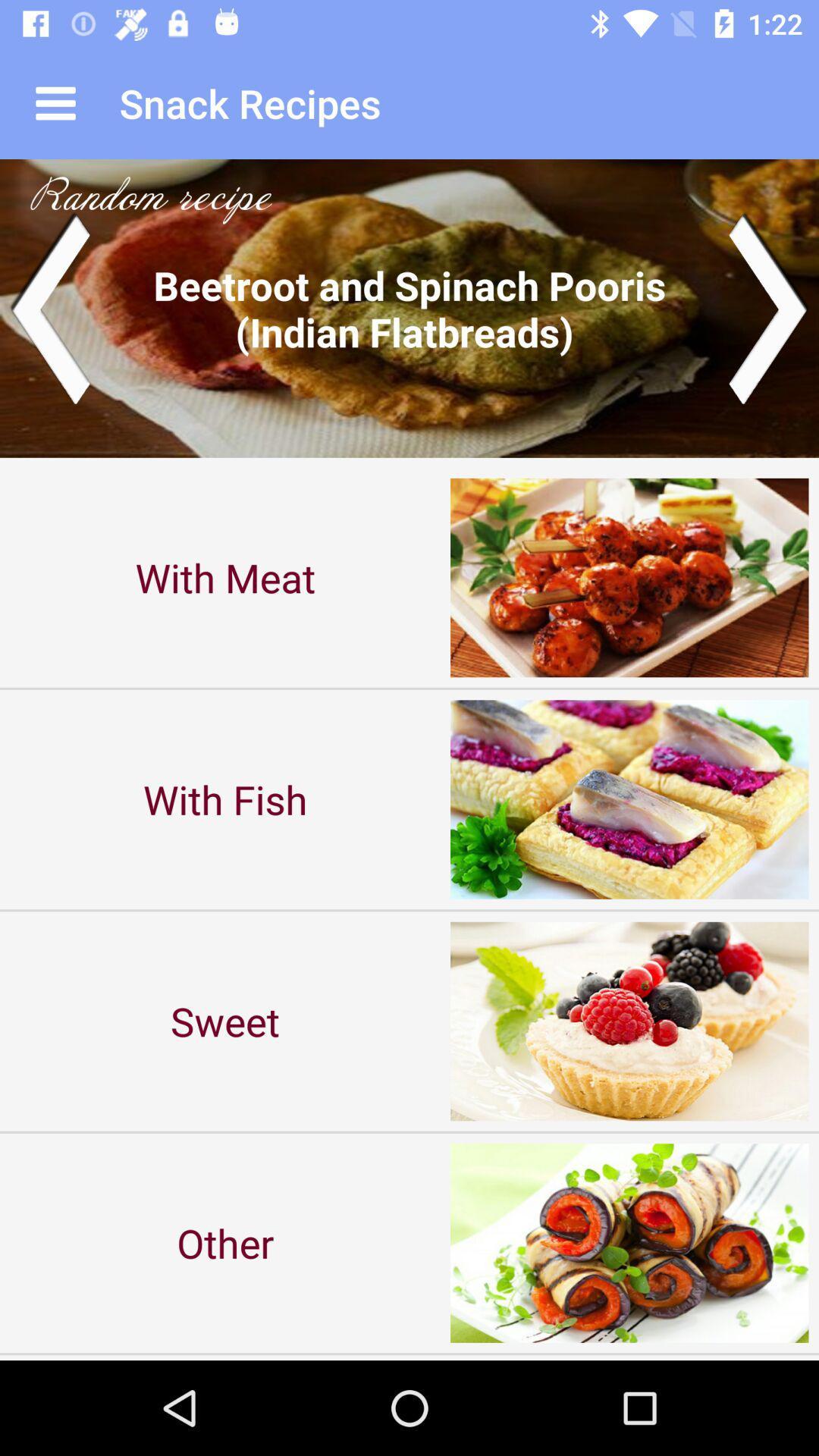 This screenshot has height=1456, width=819. What do you see at coordinates (225, 1243) in the screenshot?
I see `the other icon` at bounding box center [225, 1243].